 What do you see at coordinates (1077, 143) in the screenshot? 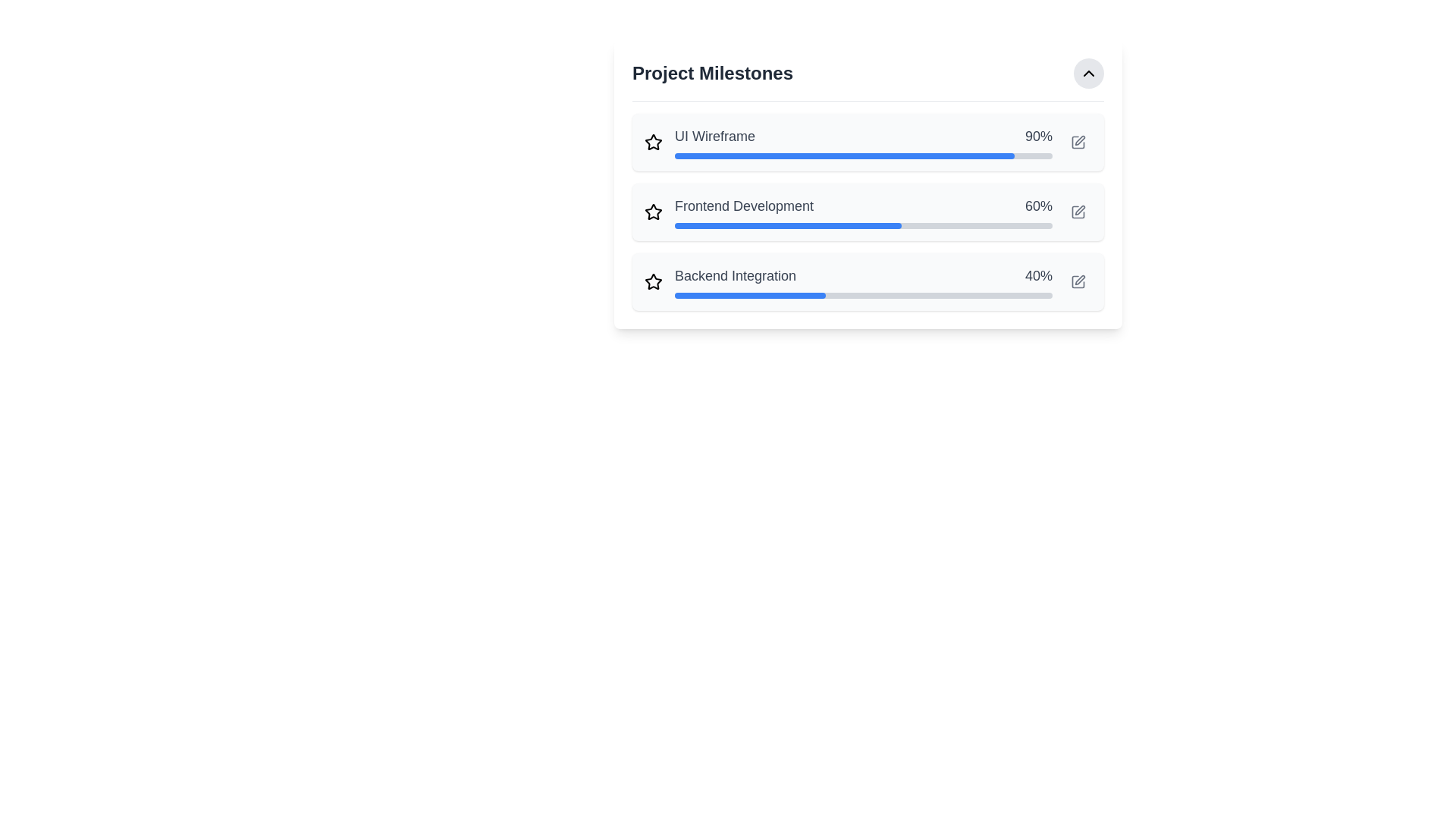
I see `the edit button located in the top-right corner of the 'UI Wireframe' section to change its color` at bounding box center [1077, 143].